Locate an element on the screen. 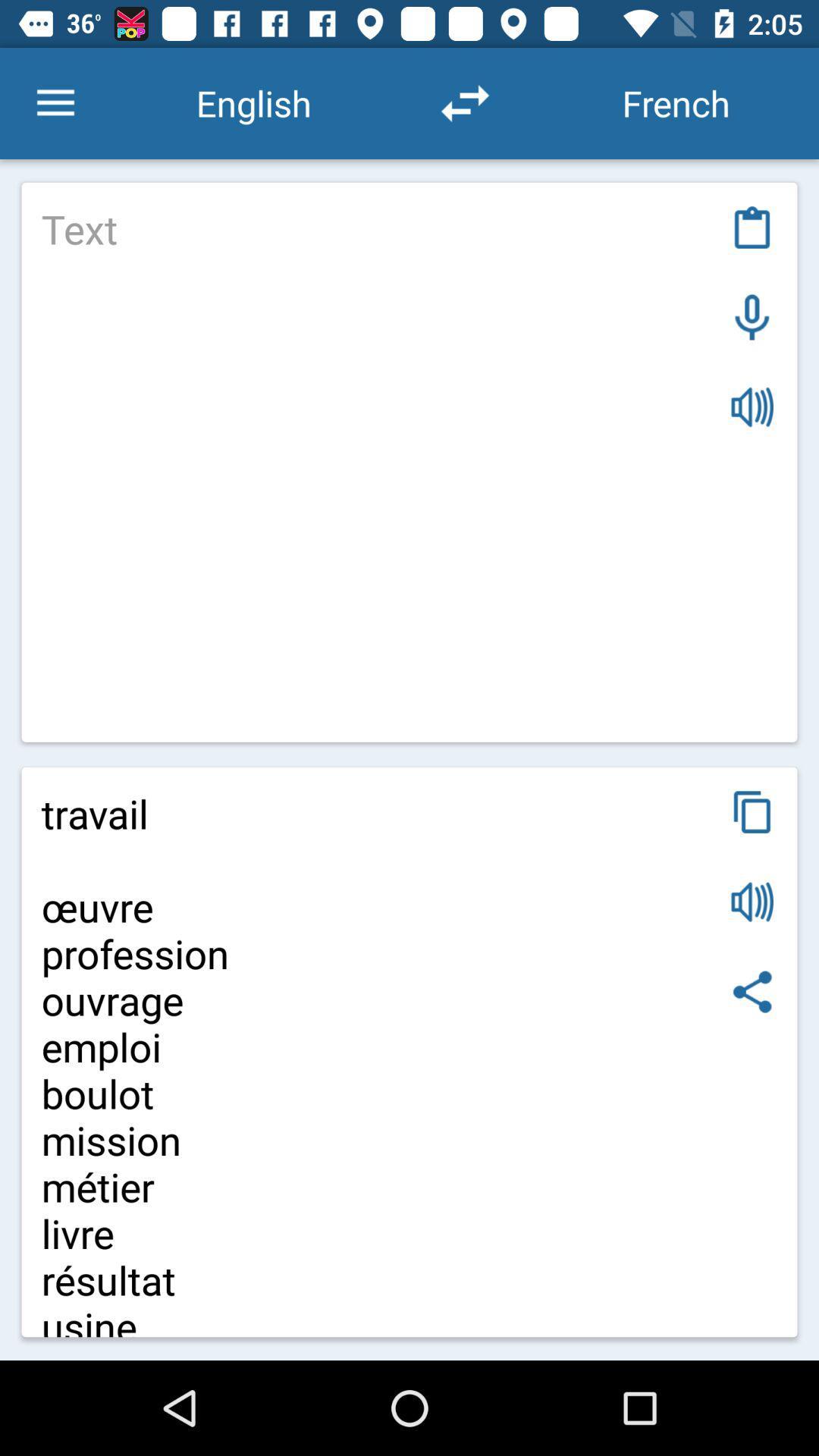 Image resolution: width=819 pixels, height=1456 pixels. icon next to the english item is located at coordinates (55, 102).